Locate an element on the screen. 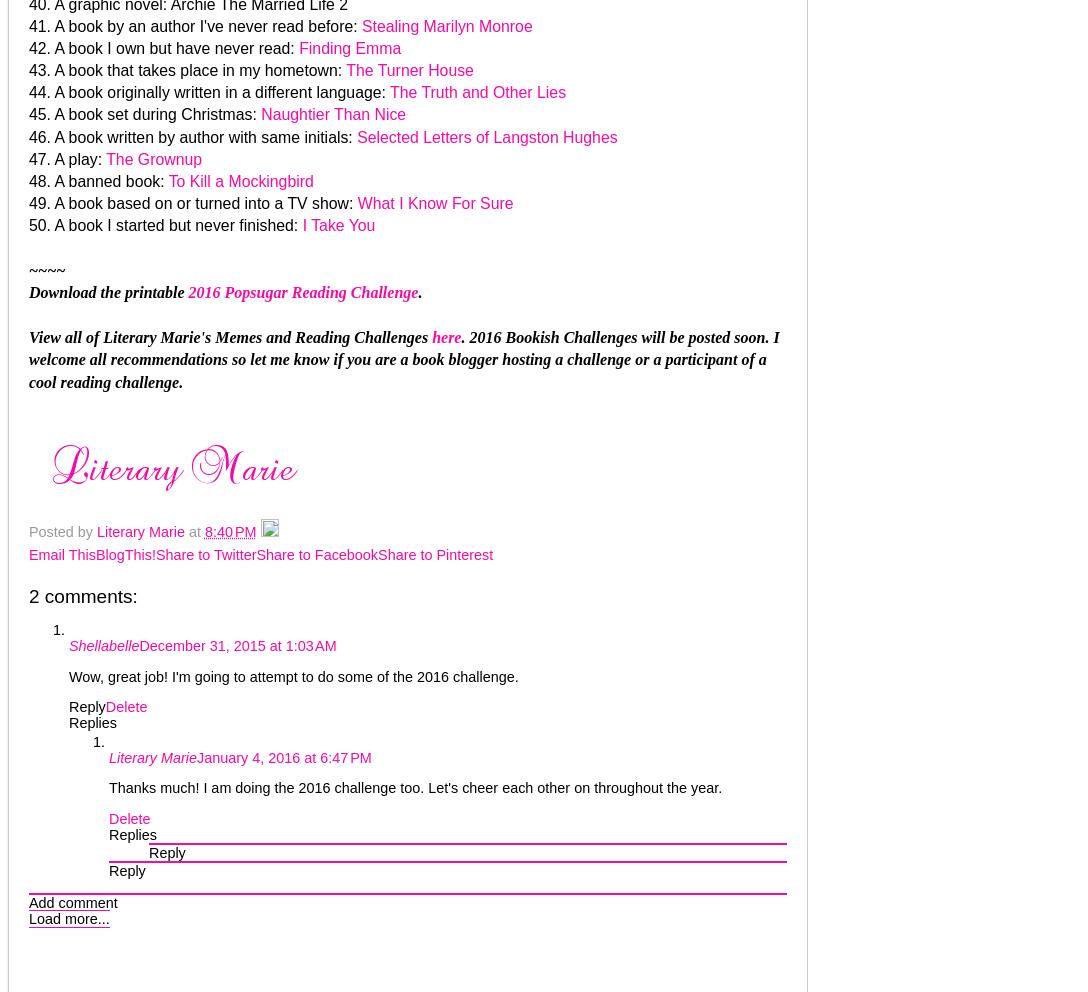  '8:40 PM' is located at coordinates (229, 530).